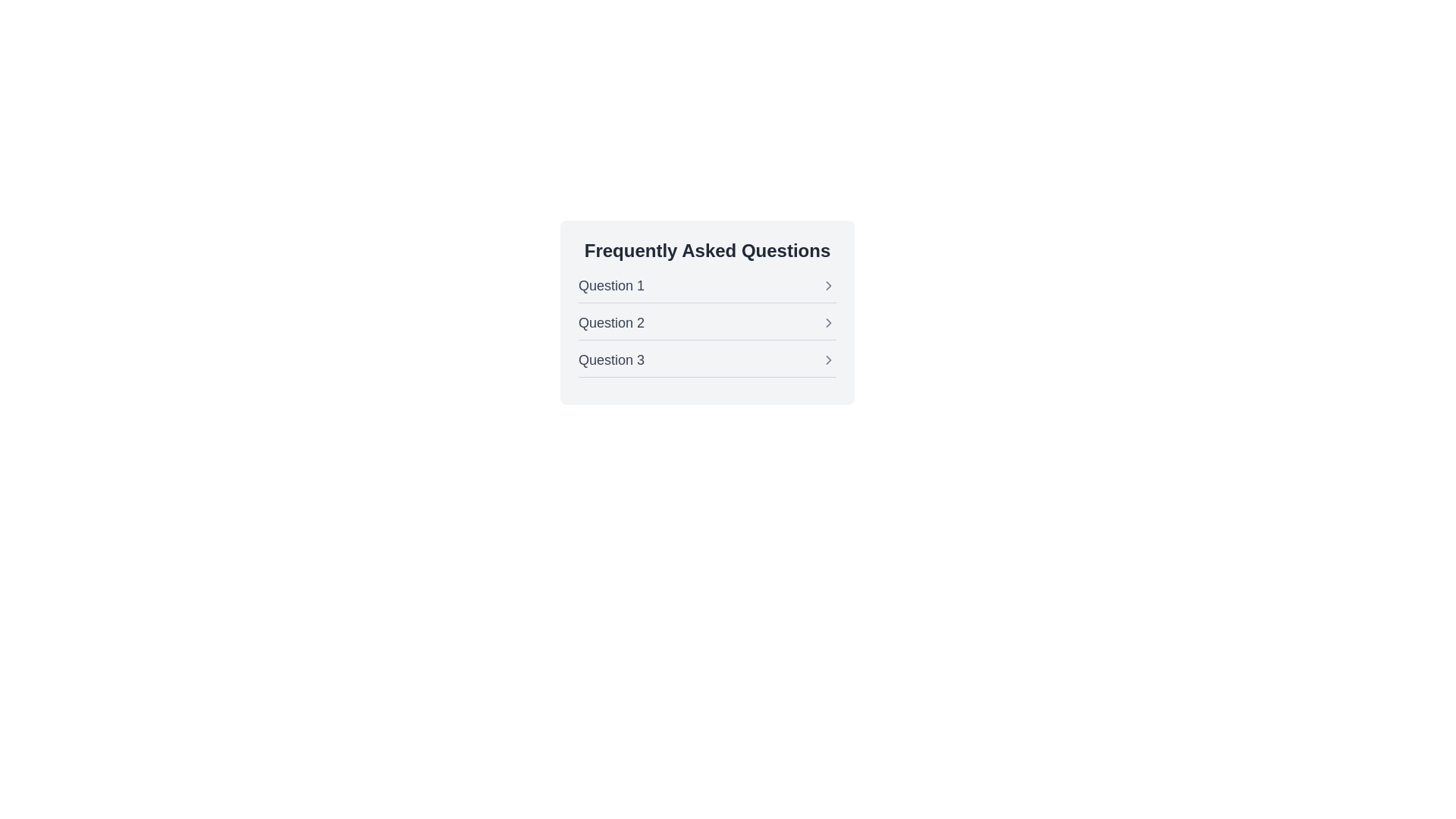  Describe the element at coordinates (828, 322) in the screenshot. I see `the right-pointing chevron icon in the Frequently Asked Questions section` at that location.